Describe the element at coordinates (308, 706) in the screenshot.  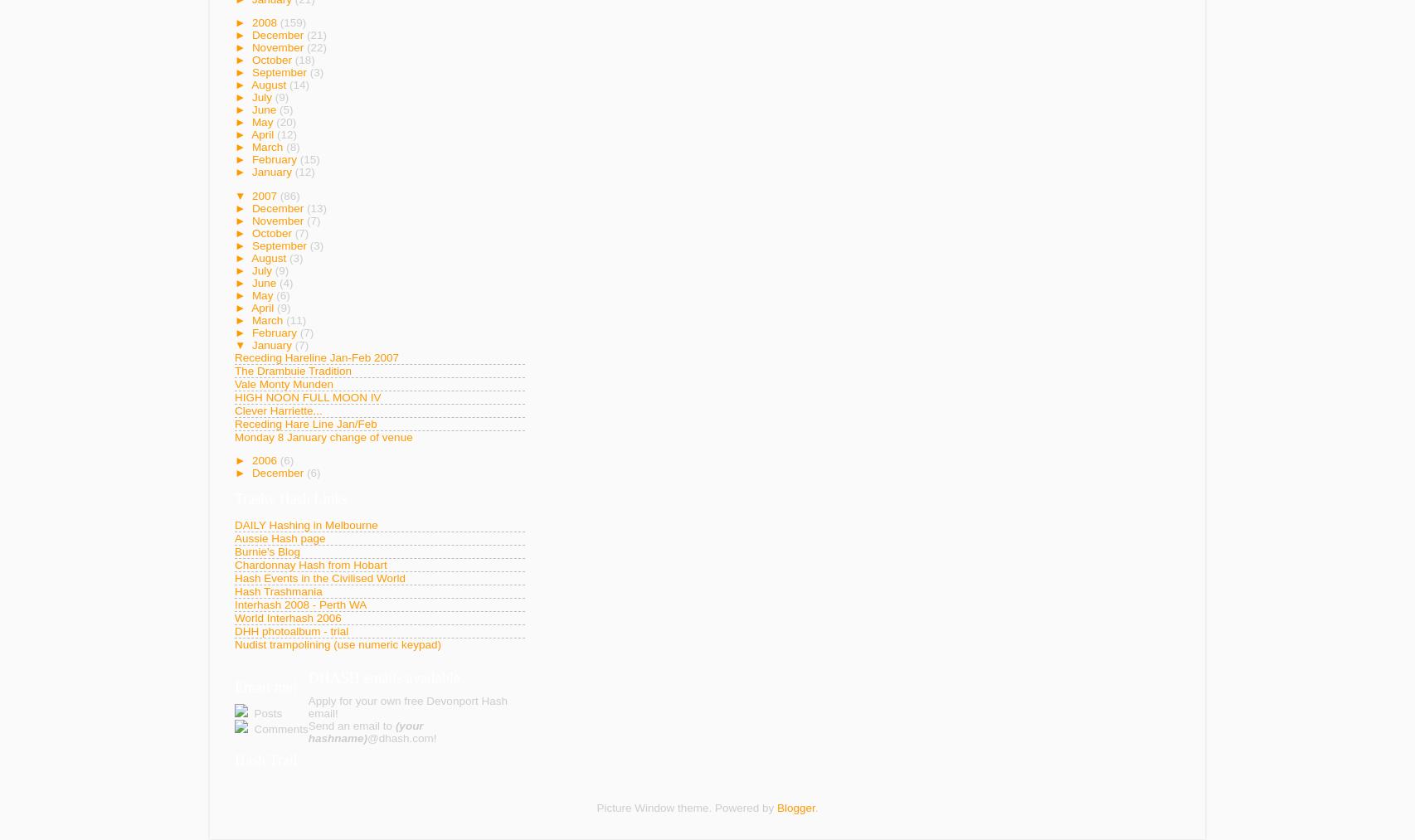
I see `'Apply for your own free Devonport Hash email!'` at that location.